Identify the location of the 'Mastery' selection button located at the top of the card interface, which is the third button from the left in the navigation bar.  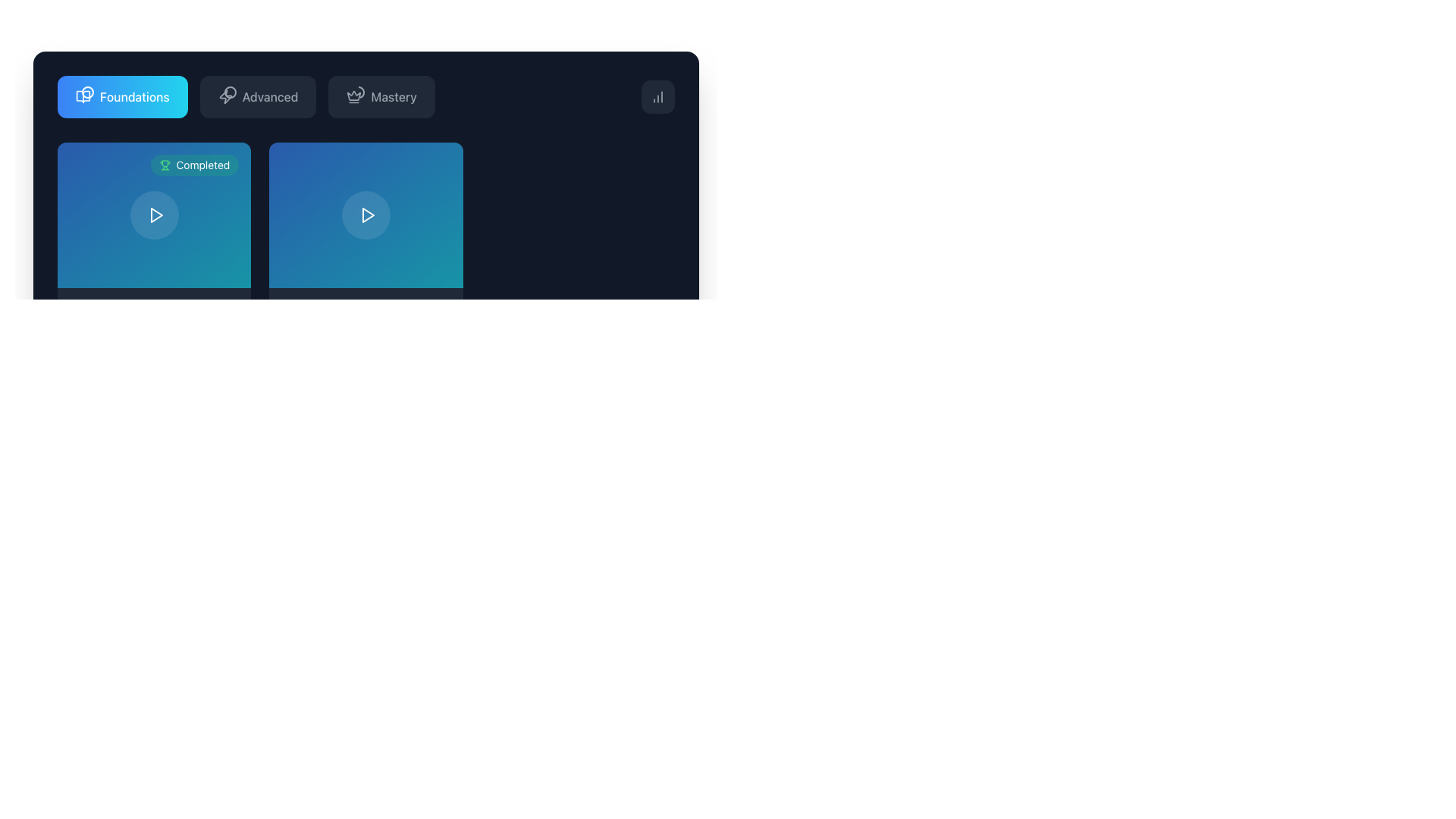
(366, 96).